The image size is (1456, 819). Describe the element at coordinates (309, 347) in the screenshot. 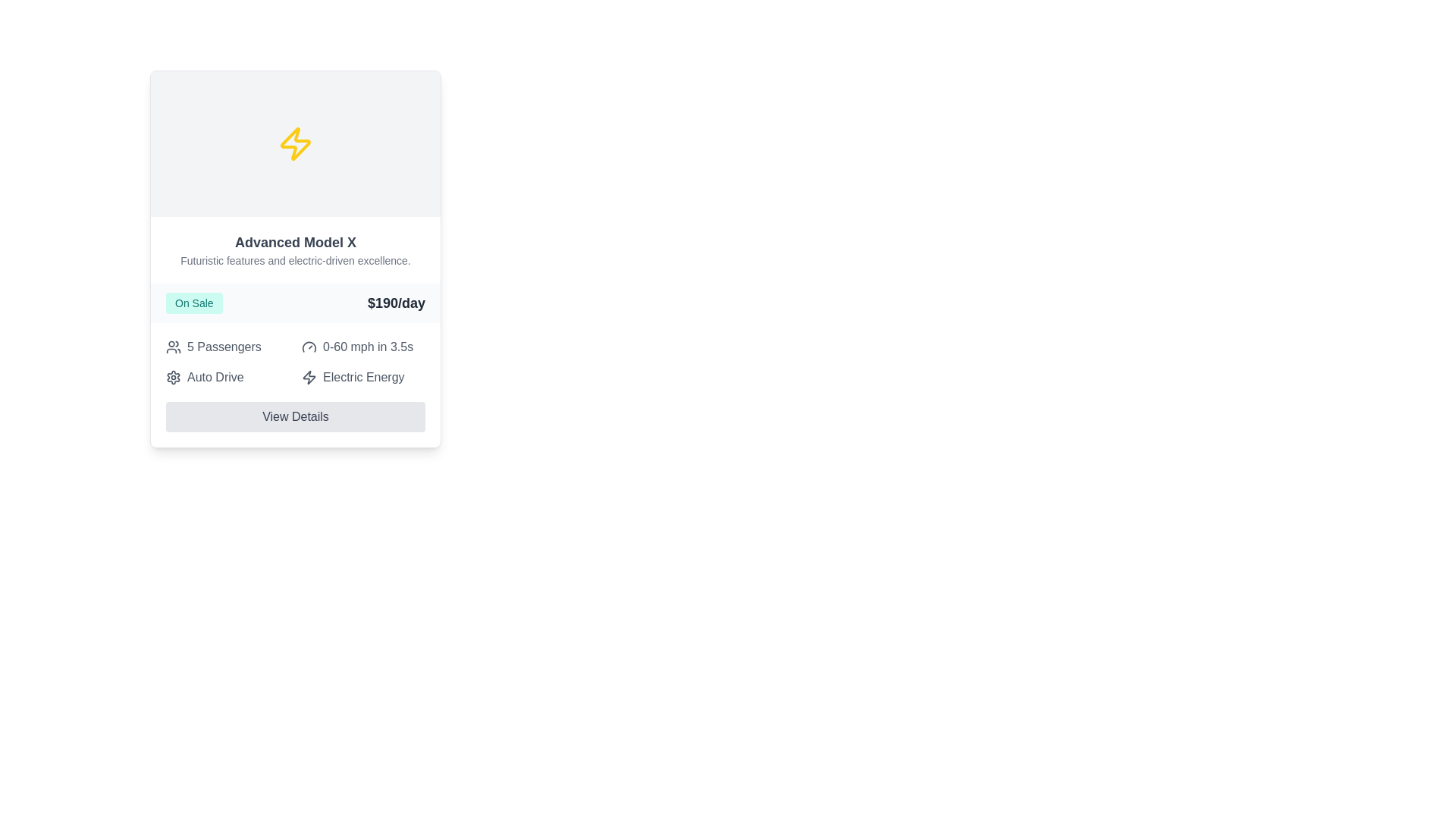

I see `the SVG gauge icon located to the left of the text '0-60 mph in 3.5s' by clicking on it` at that location.